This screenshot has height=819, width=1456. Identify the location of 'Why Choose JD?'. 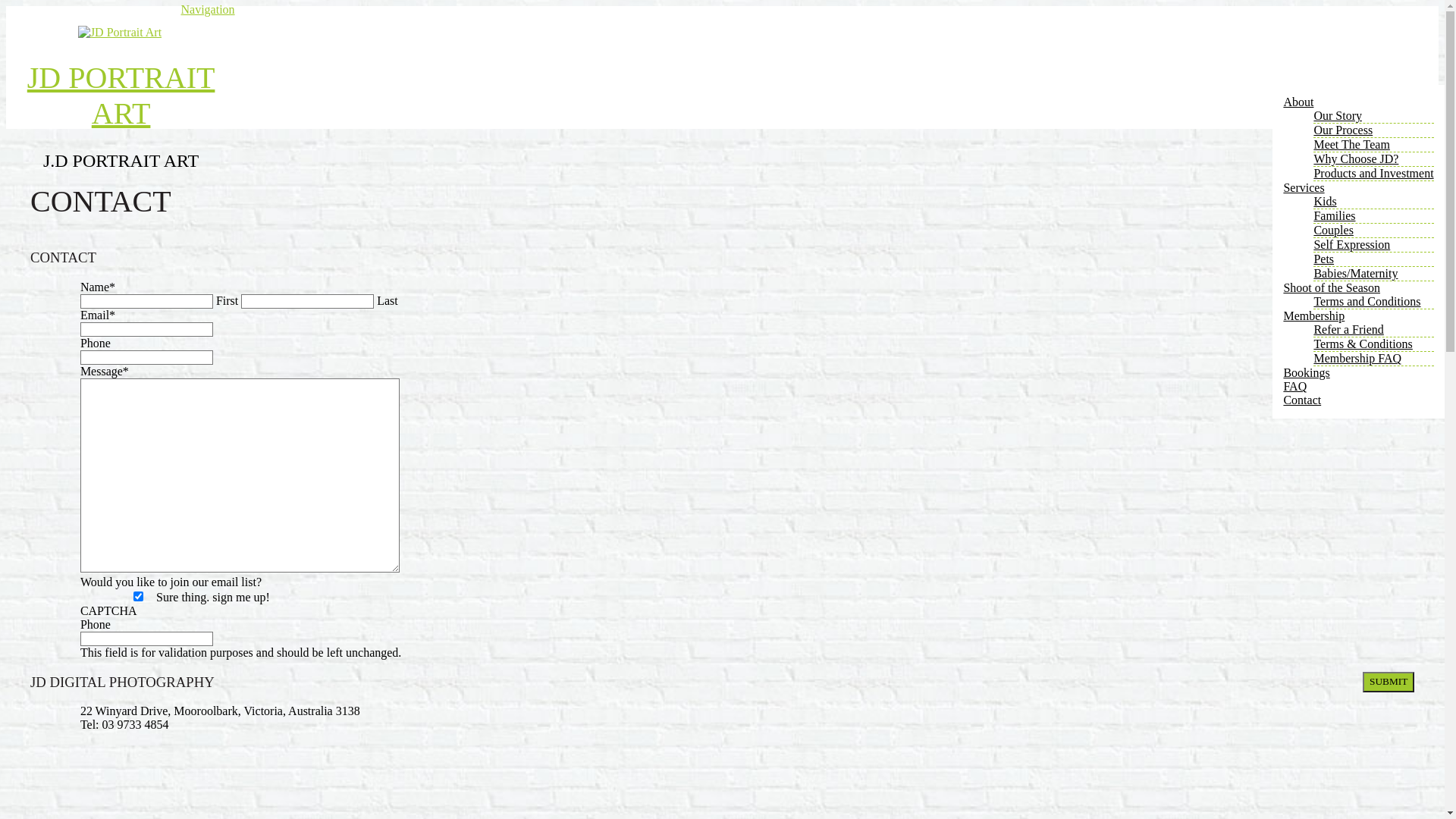
(1356, 158).